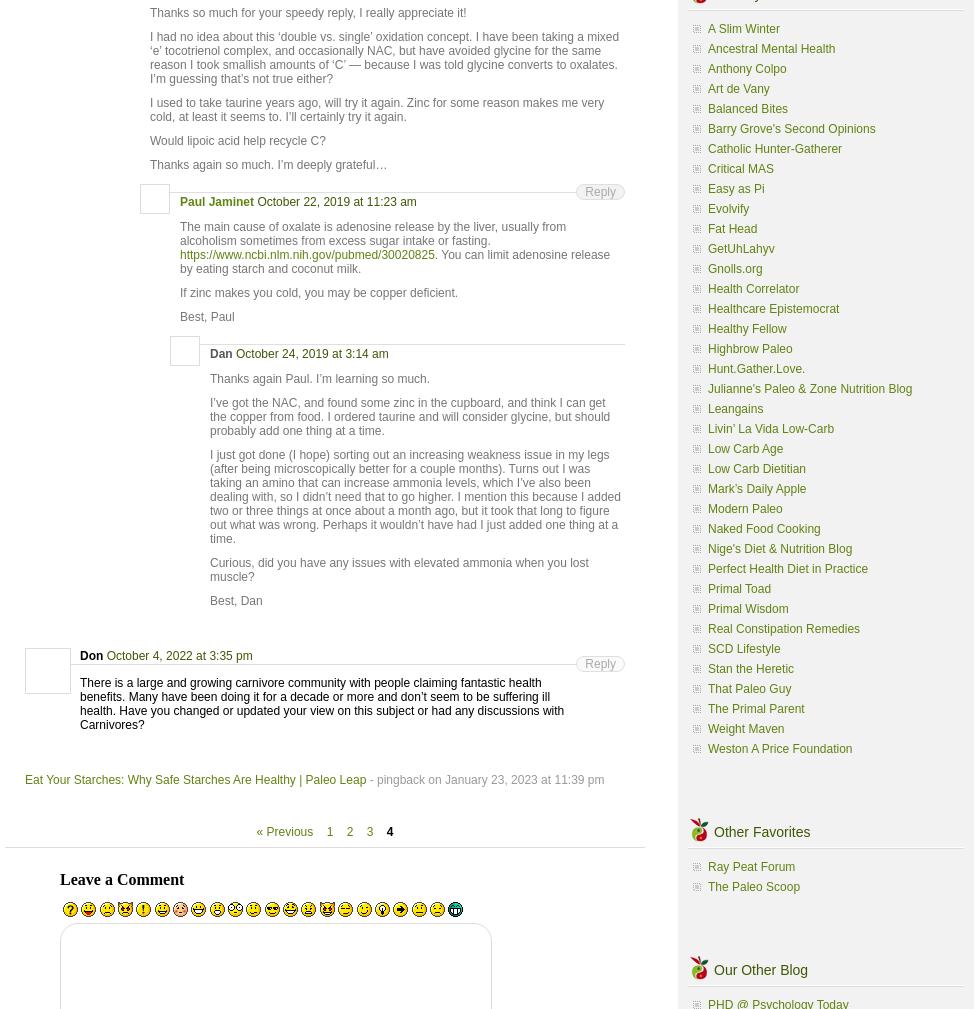 The image size is (980, 1009). I want to click on '. You can limit adenosine release by eating starch and coconut milk.', so click(395, 261).